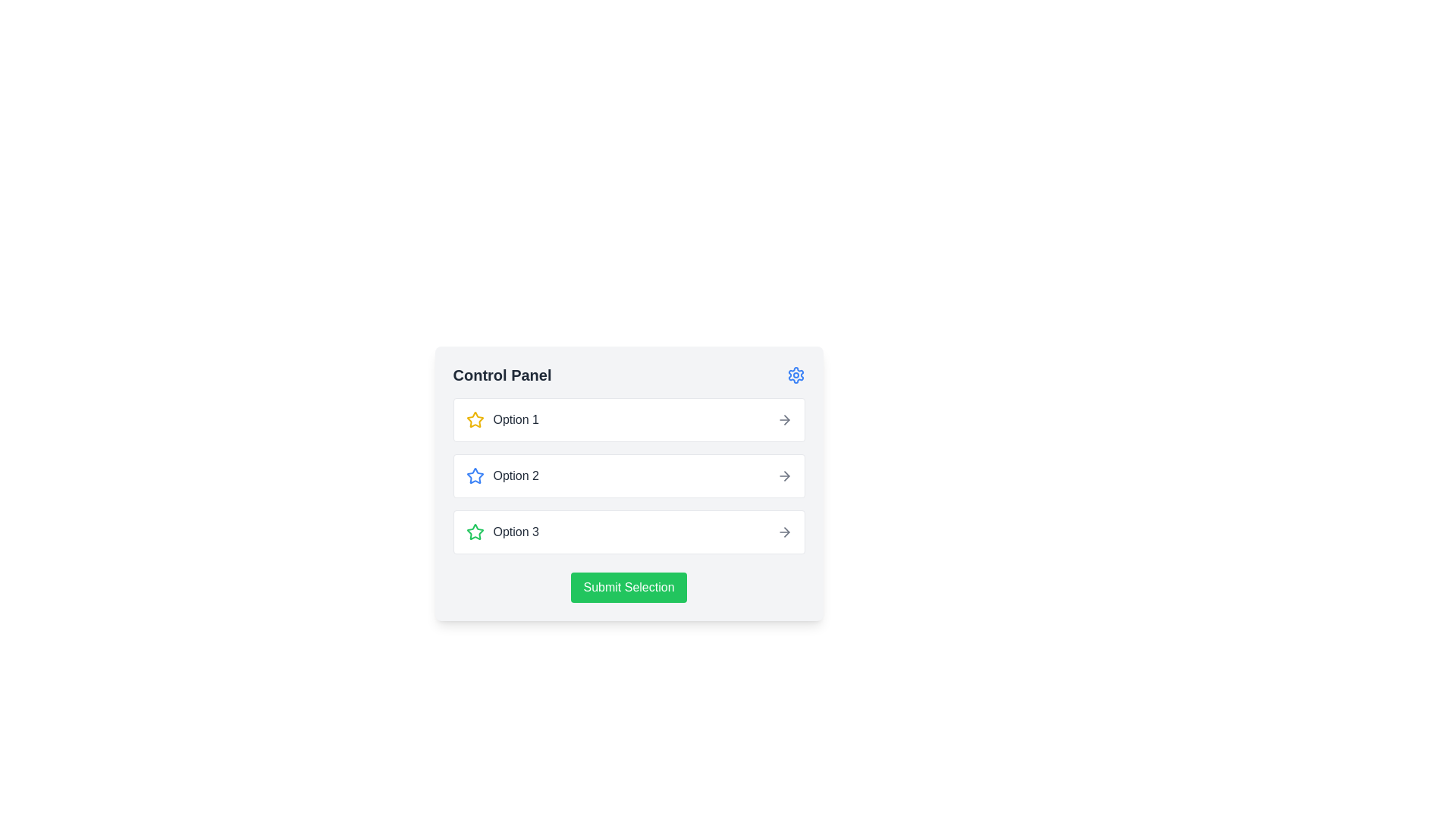  I want to click on the text label reading 'Option 1', which is styled in medium font-weight and dark gray color, located, so click(502, 420).